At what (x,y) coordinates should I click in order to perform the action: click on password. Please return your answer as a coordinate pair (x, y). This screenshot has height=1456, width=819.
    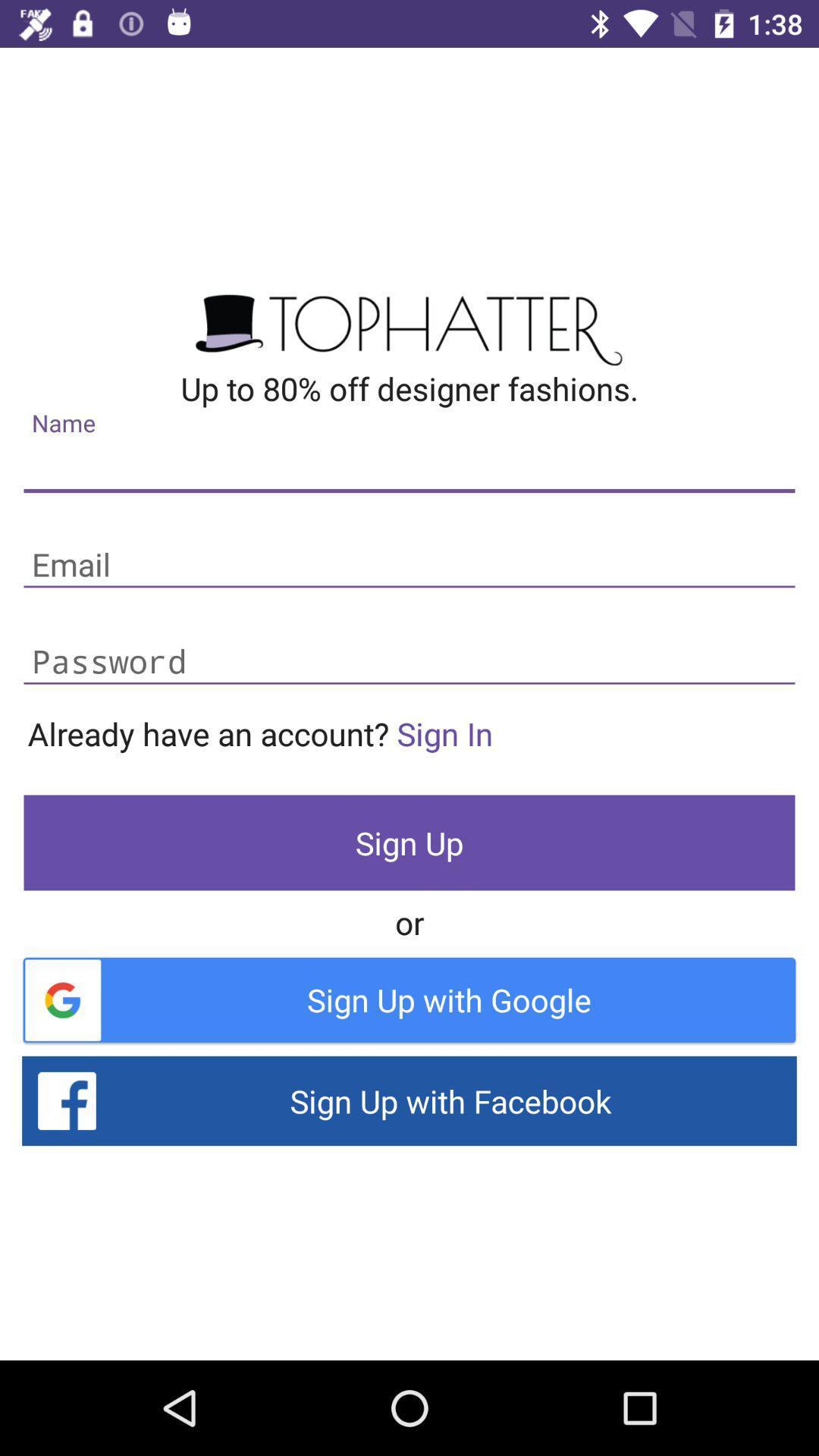
    Looking at the image, I should click on (409, 662).